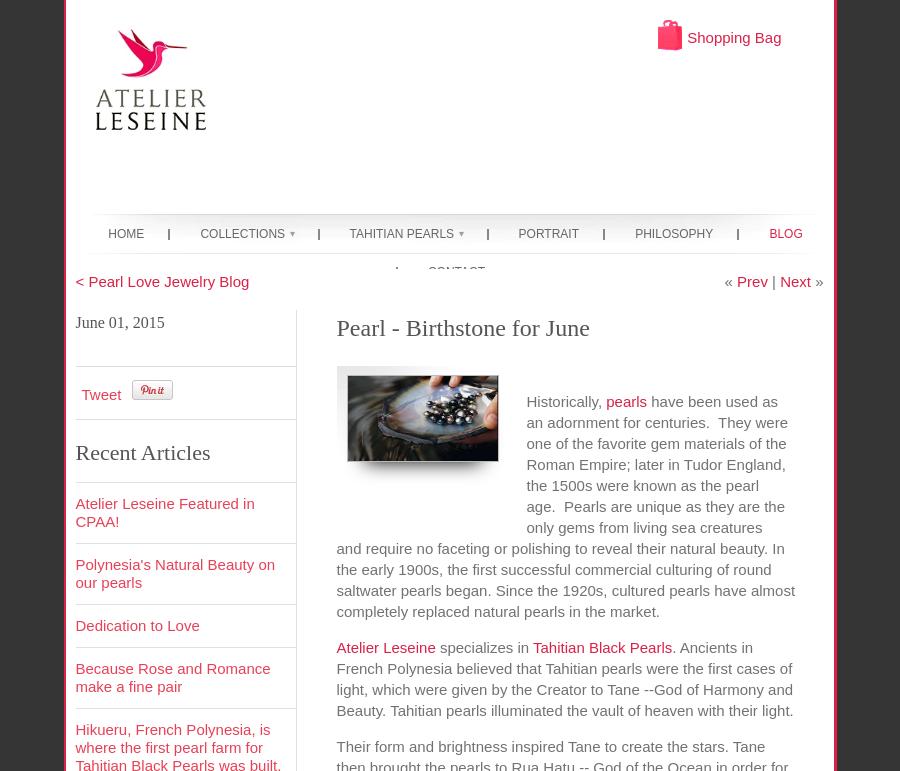  Describe the element at coordinates (565, 505) in the screenshot. I see `'have been used as an adornment for centuries.  They were one of the favorite gem materials of the Roman Empire; later in Tudor England, the 1500s were known as the pearl age.  Pearls are unique as they are the only gems from living sea creatures and require no faceting or polishing to reveal their natural beauty. In the early 1900s, the first successful commercial culturing of round saltwater pearls began. Since the 1920s, cultured pearls have almost completely replaced natural pearls in the market.'` at that location.